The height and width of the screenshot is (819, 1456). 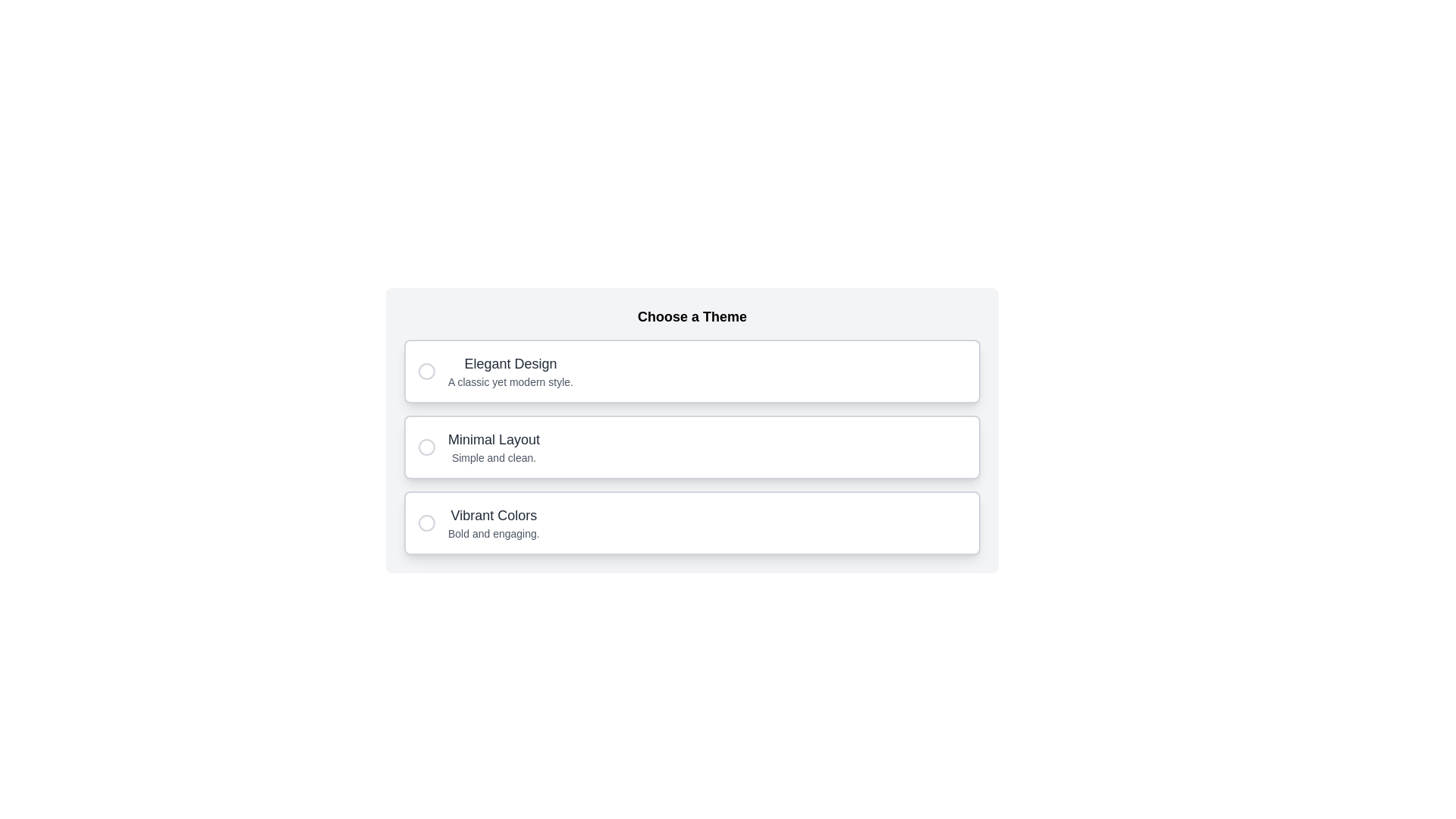 I want to click on the selectable option for the theme titled 'Vibrant Colors', so click(x=691, y=522).